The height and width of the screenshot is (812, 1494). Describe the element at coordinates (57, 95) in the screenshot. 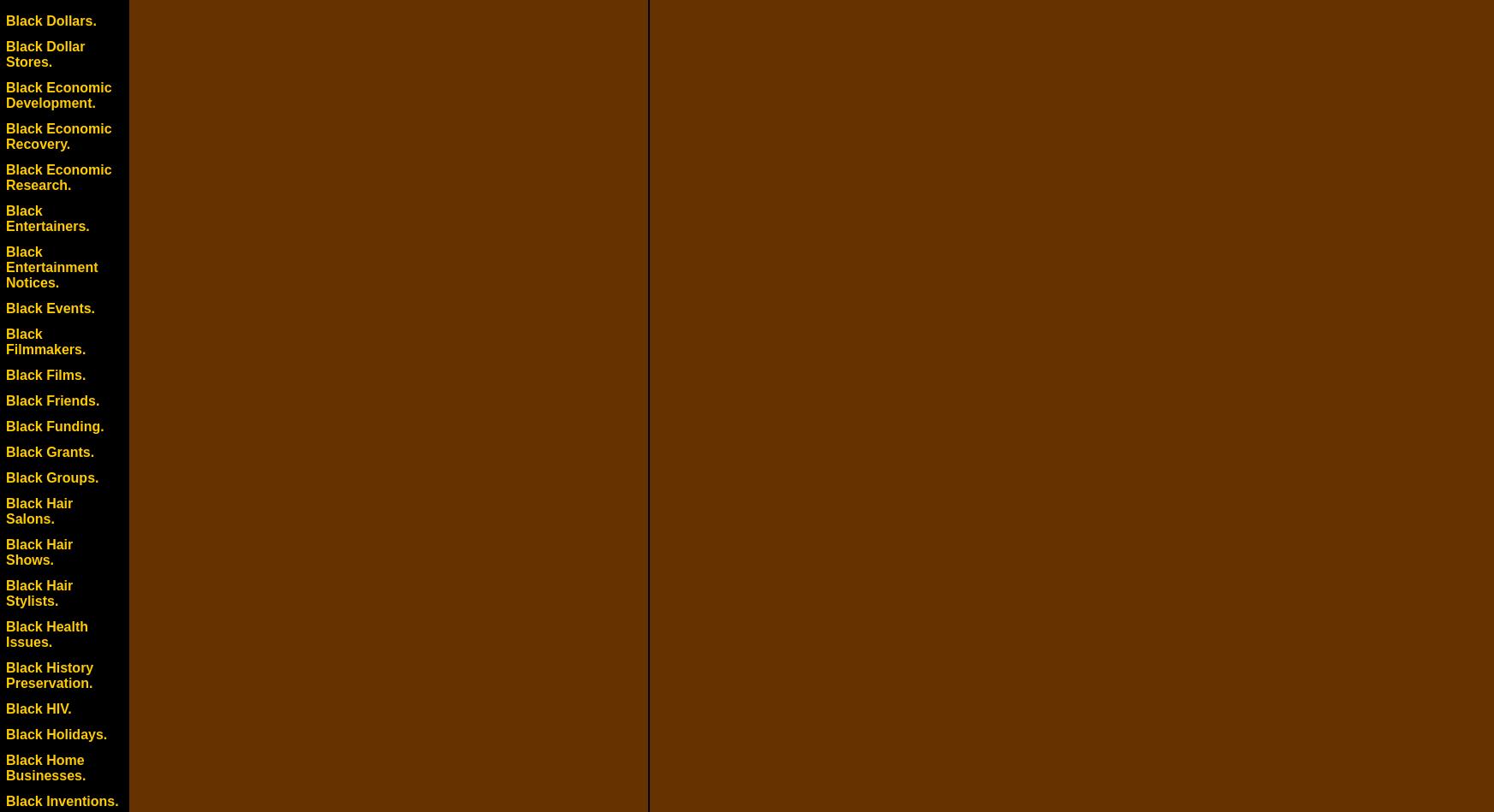

I see `'Black Economic Development.'` at that location.